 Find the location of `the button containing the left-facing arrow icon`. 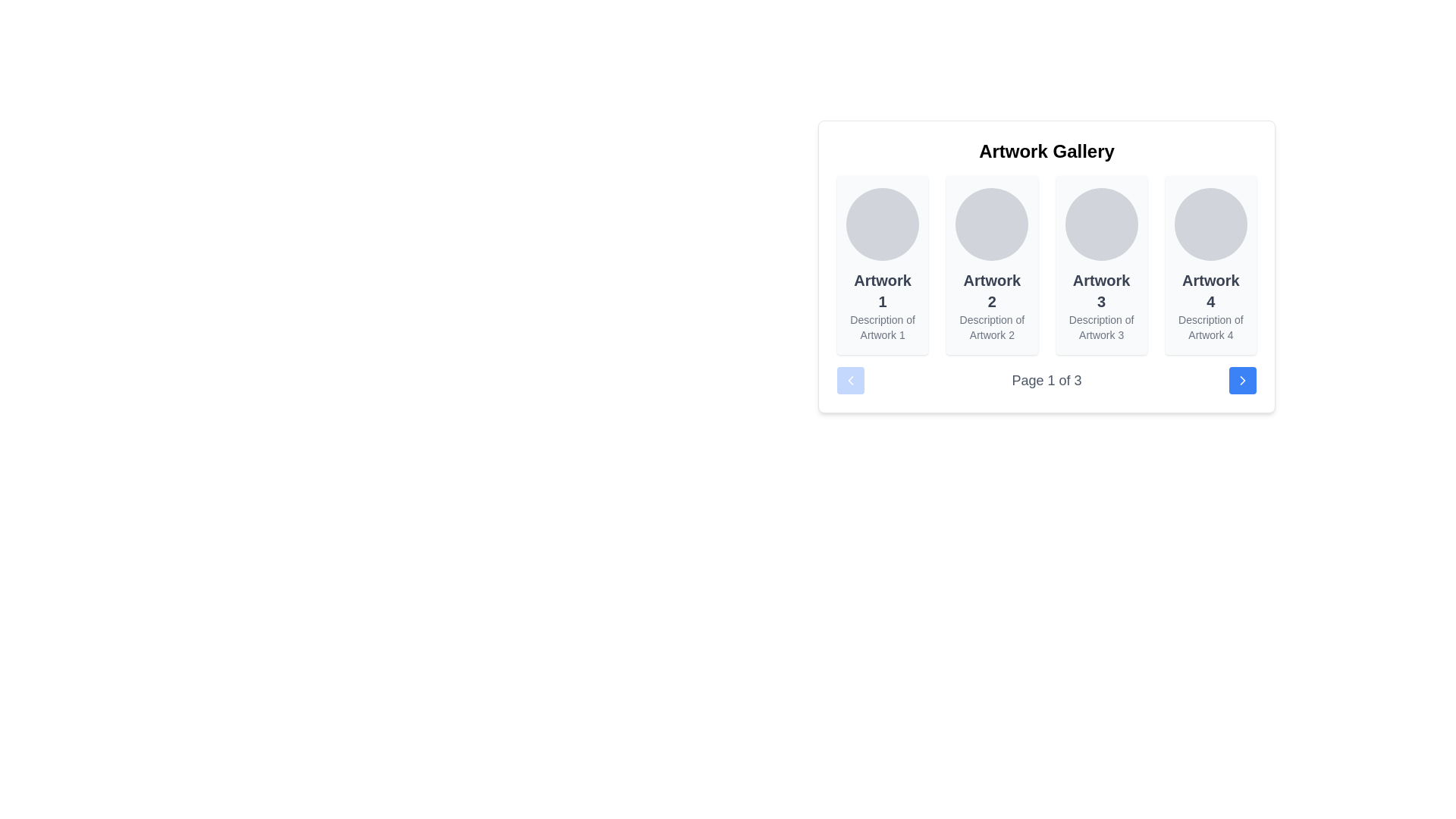

the button containing the left-facing arrow icon is located at coordinates (851, 379).